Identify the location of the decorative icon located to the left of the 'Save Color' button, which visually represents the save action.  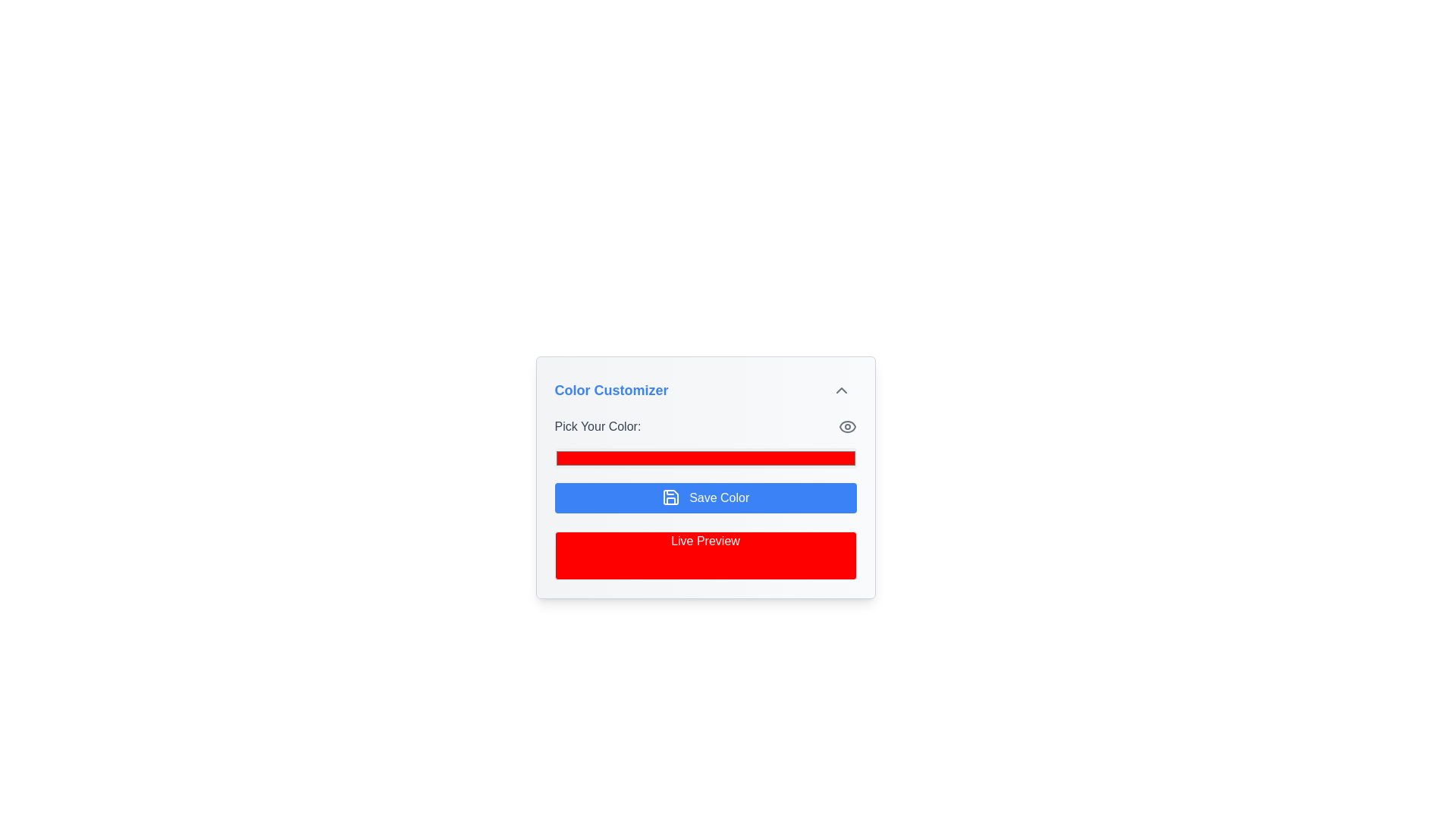
(670, 497).